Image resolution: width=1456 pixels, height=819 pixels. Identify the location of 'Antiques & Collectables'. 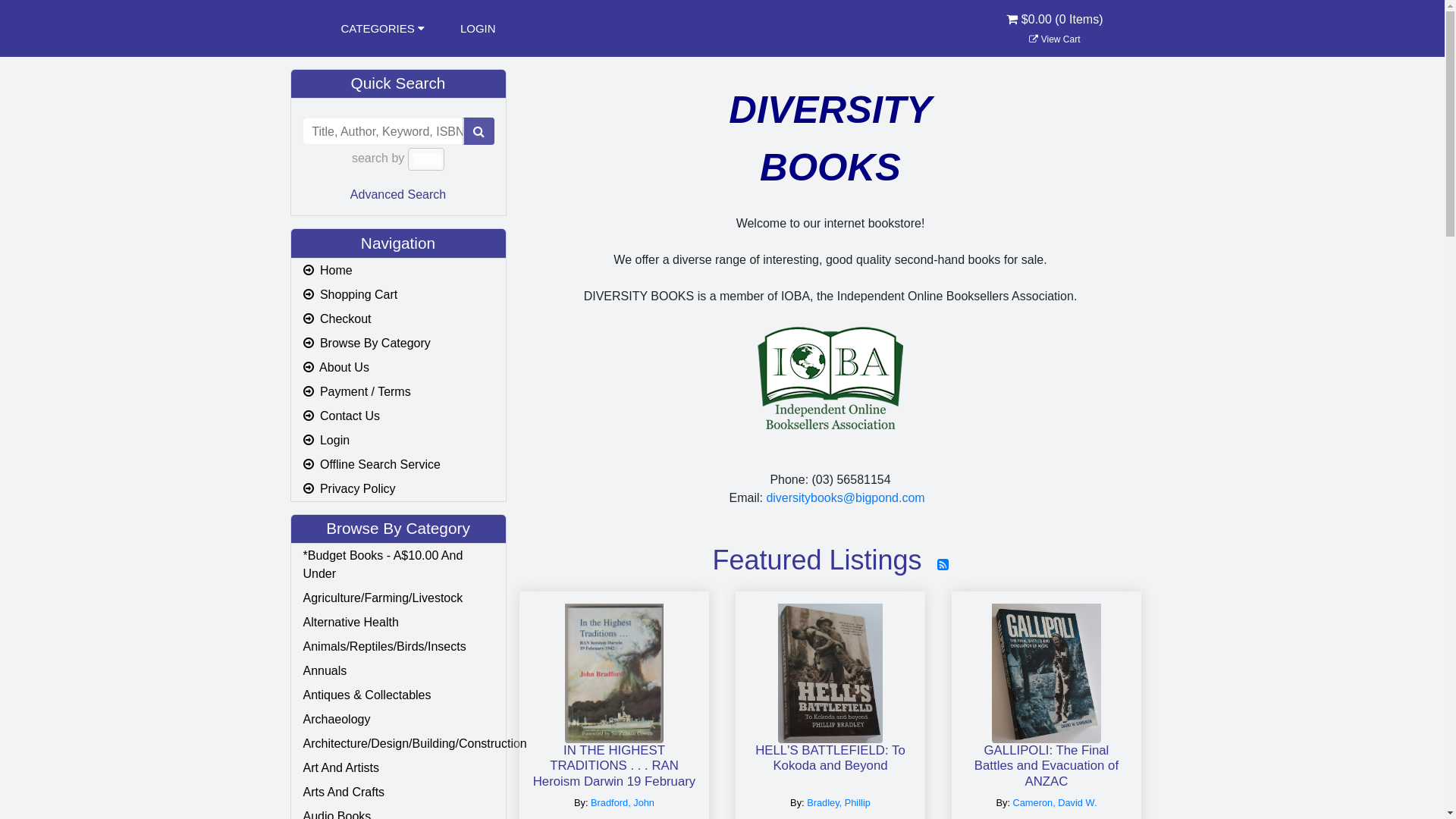
(291, 695).